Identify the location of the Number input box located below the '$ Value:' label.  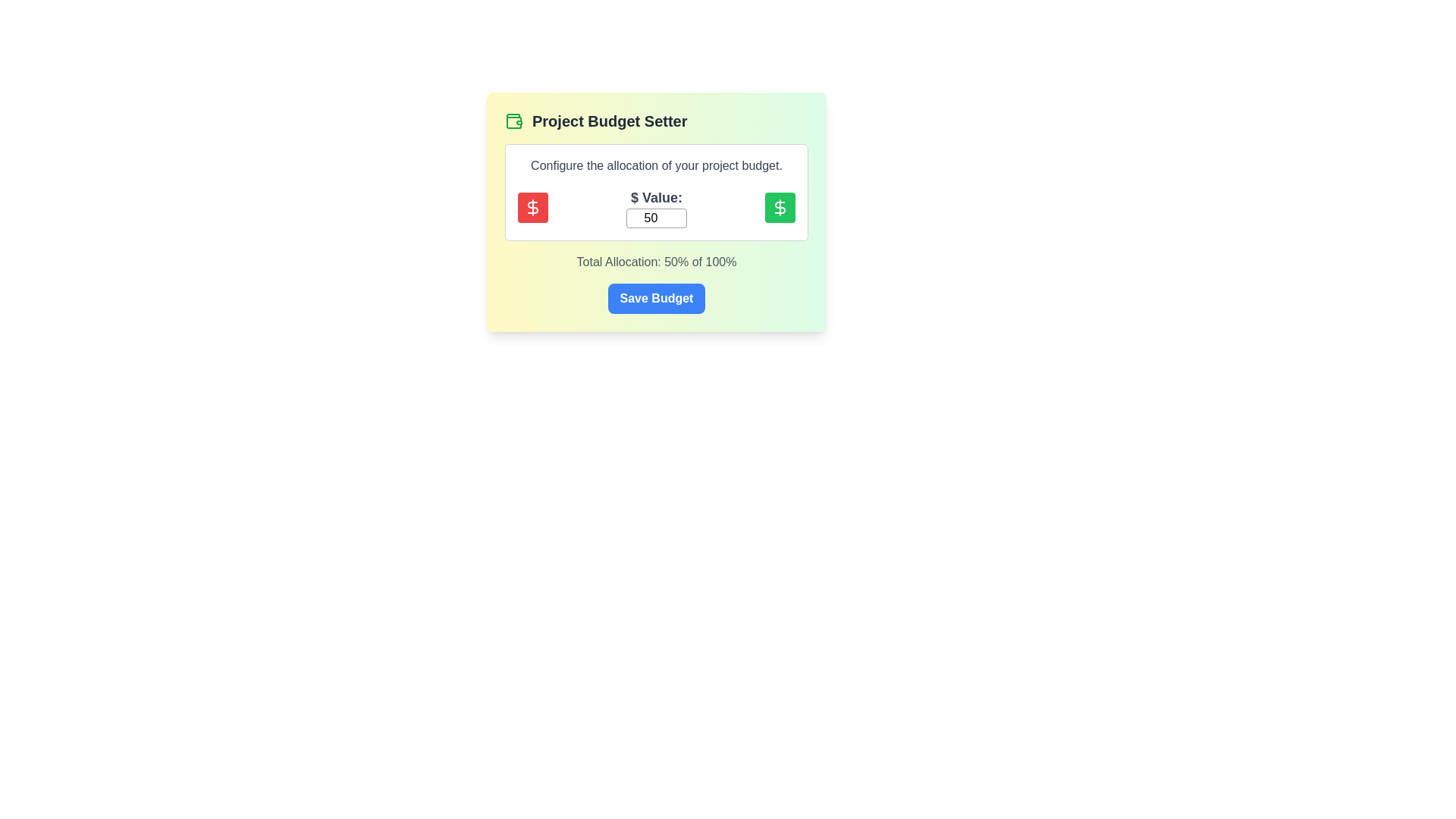
(656, 218).